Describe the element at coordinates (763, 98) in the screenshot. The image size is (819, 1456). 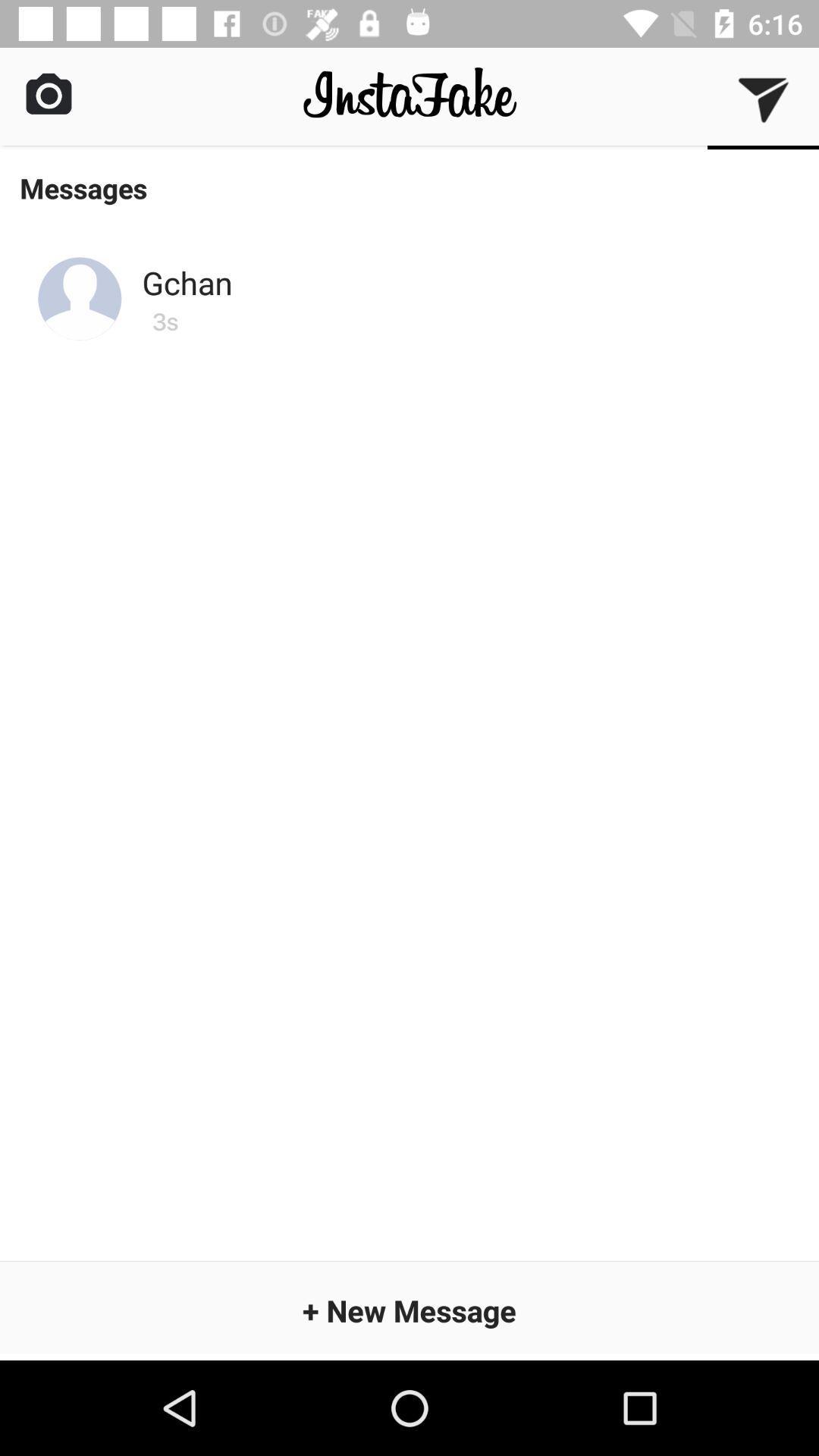
I see `the navigation icon` at that location.